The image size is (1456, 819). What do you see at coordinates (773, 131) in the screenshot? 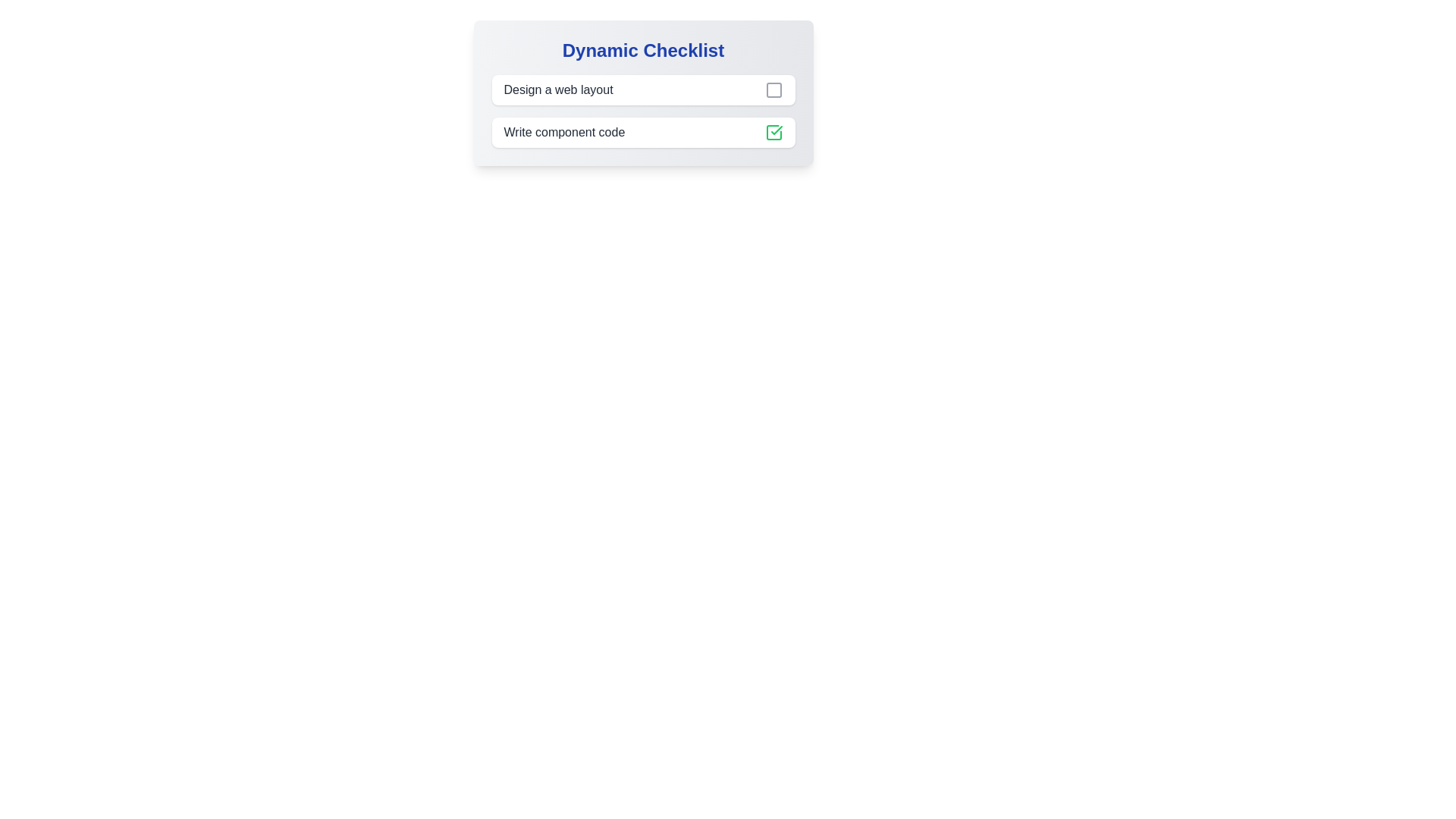
I see `the green checkbox icon located to the right of the text 'Write component code'` at bounding box center [773, 131].